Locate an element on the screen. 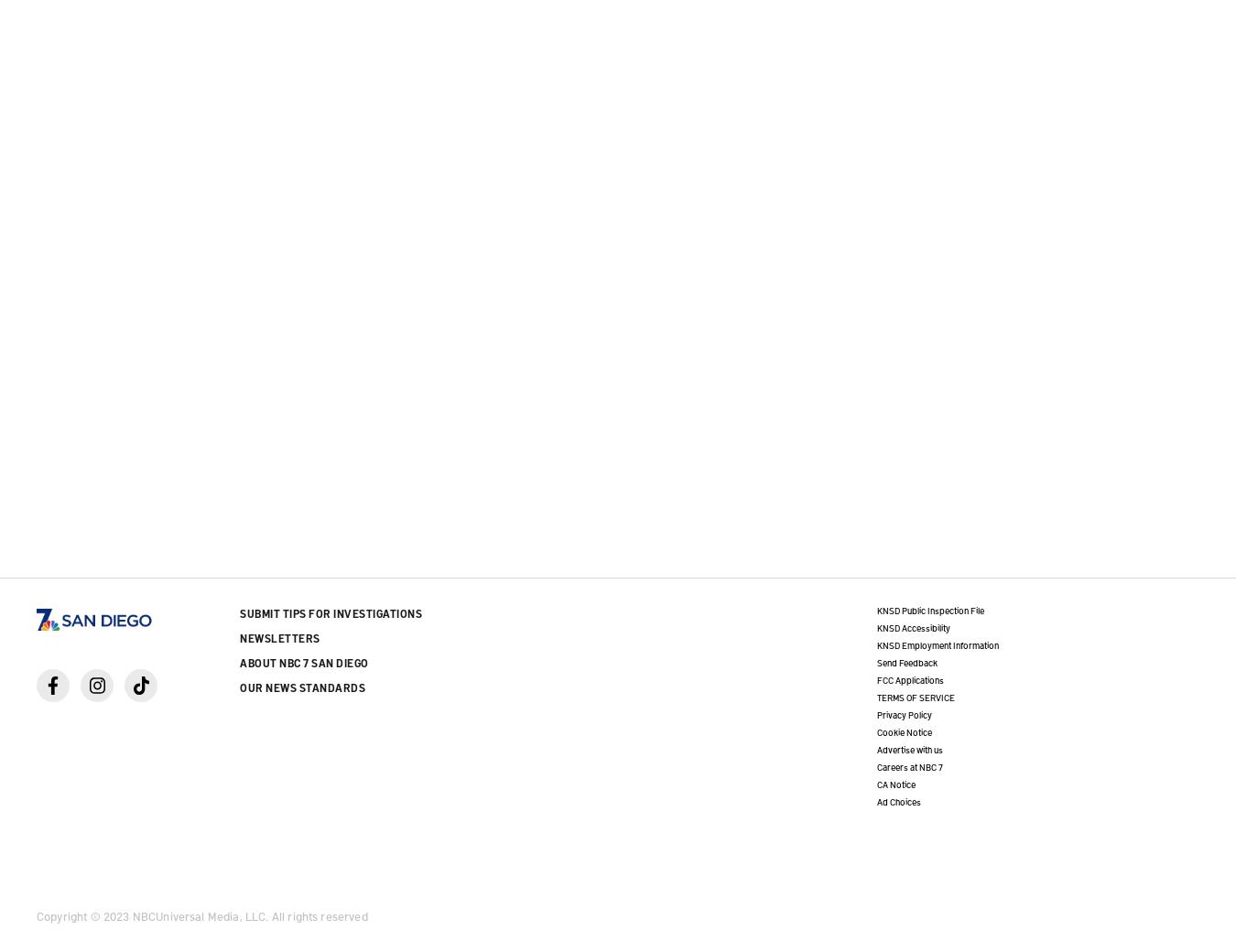 The image size is (1236, 952). 'KNSD Public Inspection File' is located at coordinates (875, 610).